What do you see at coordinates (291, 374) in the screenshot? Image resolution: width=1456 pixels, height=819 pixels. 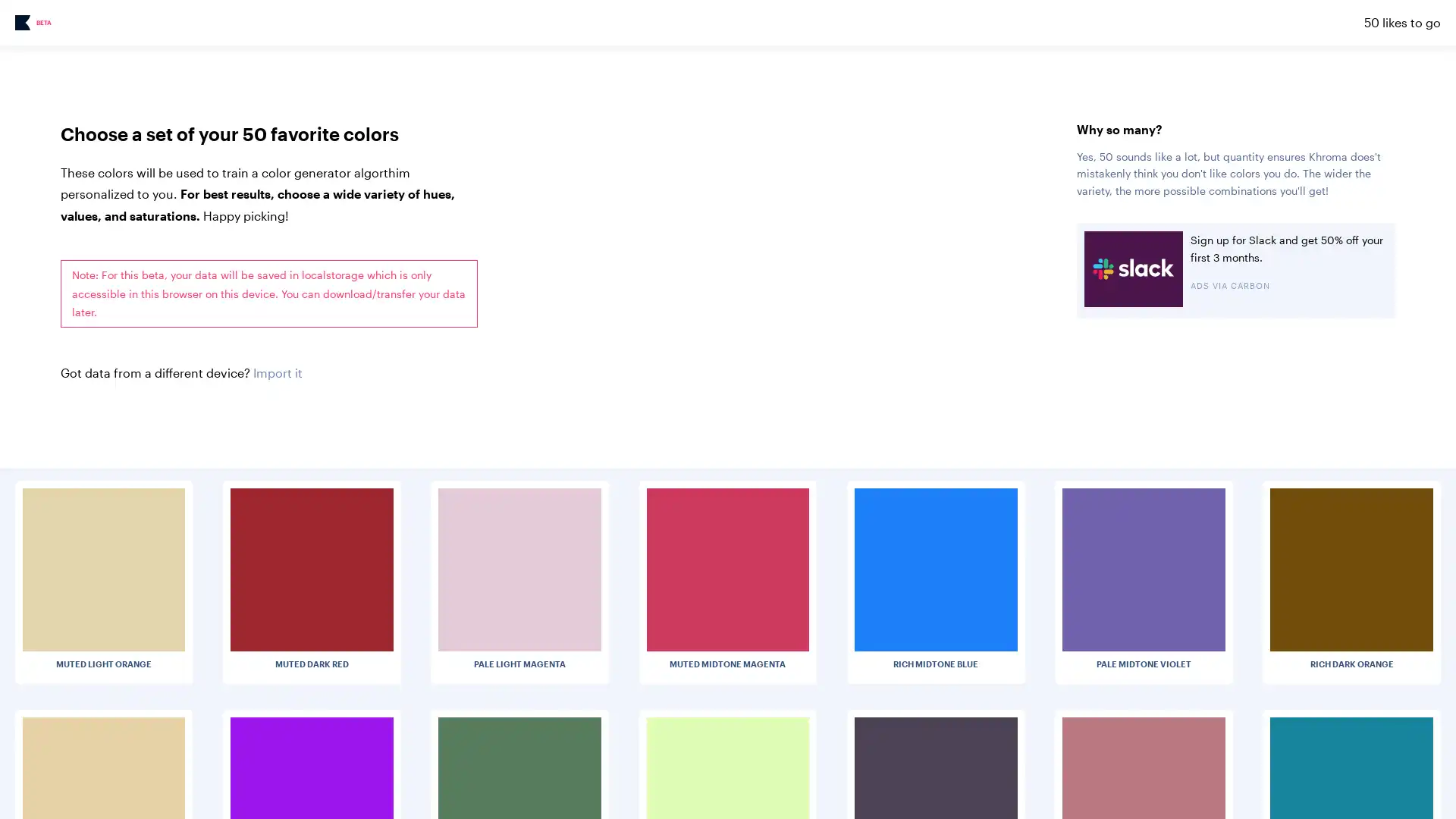 I see `Choose File` at bounding box center [291, 374].